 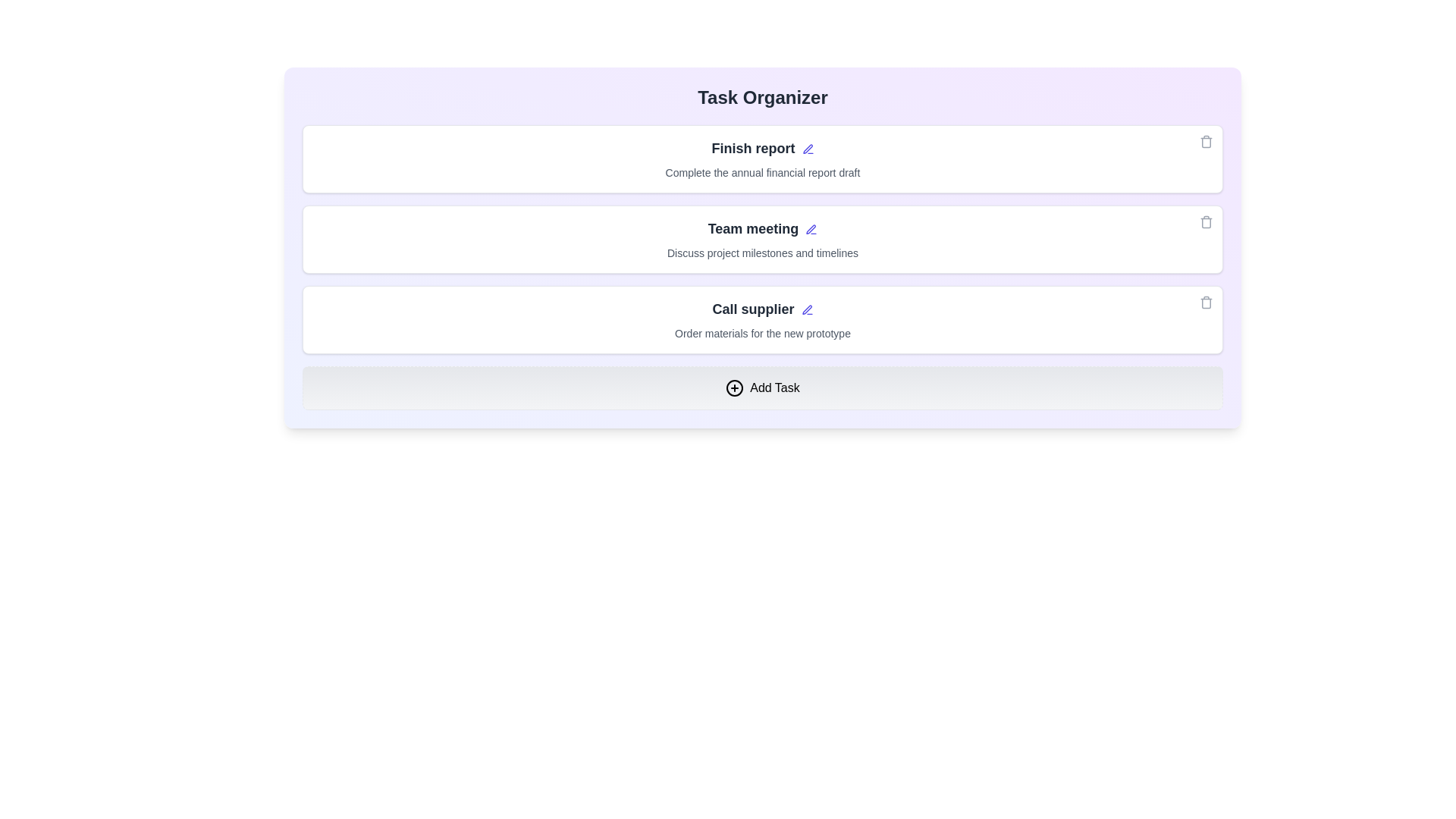 I want to click on the trash icon of the task card titled 'Call supplier' to delete the task, so click(x=1205, y=302).